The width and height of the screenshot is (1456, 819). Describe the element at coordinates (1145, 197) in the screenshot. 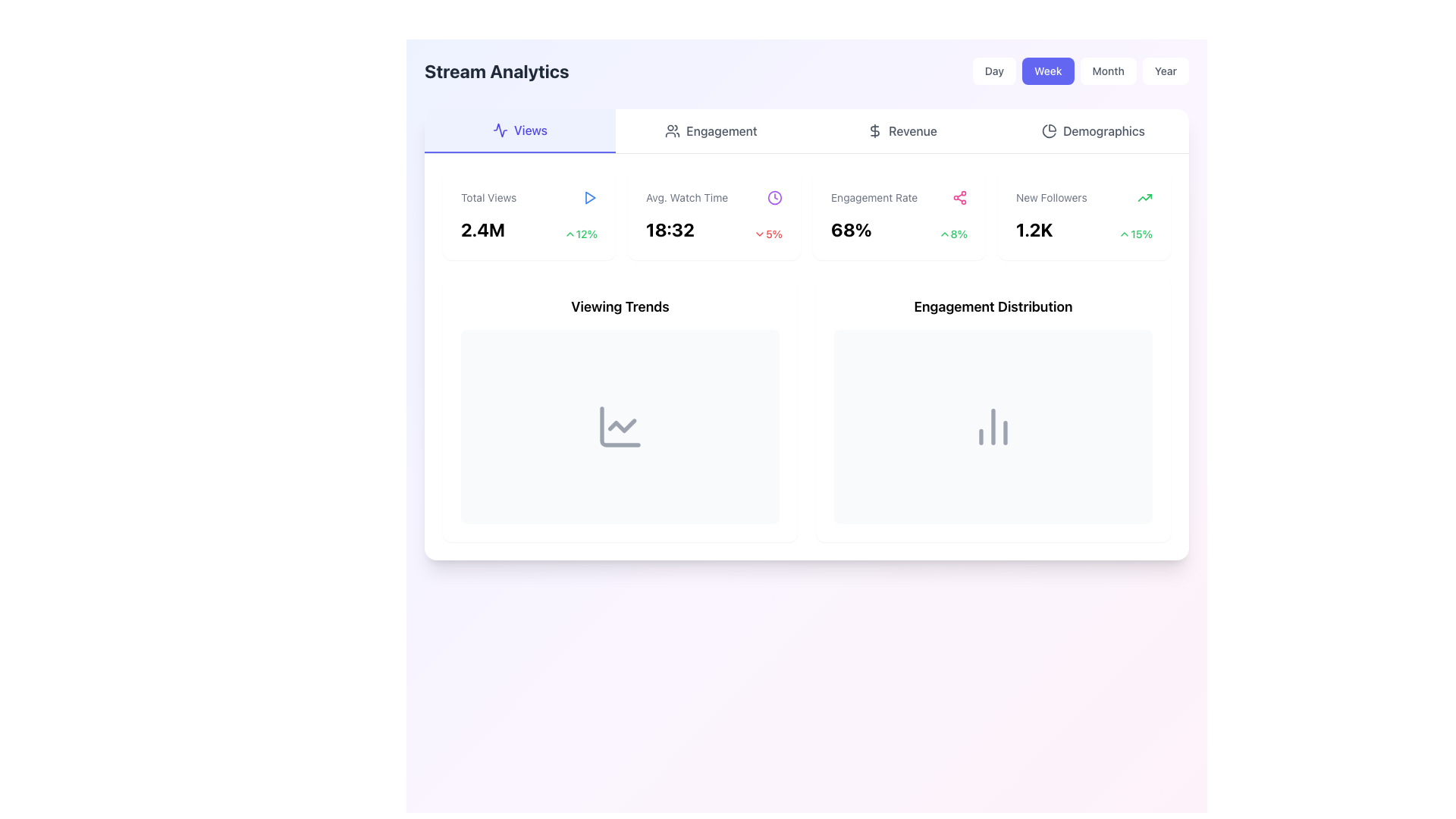

I see `the green upward trending arrow icon located to the right of the '1.2K' text within the 'New Followers' section` at that location.